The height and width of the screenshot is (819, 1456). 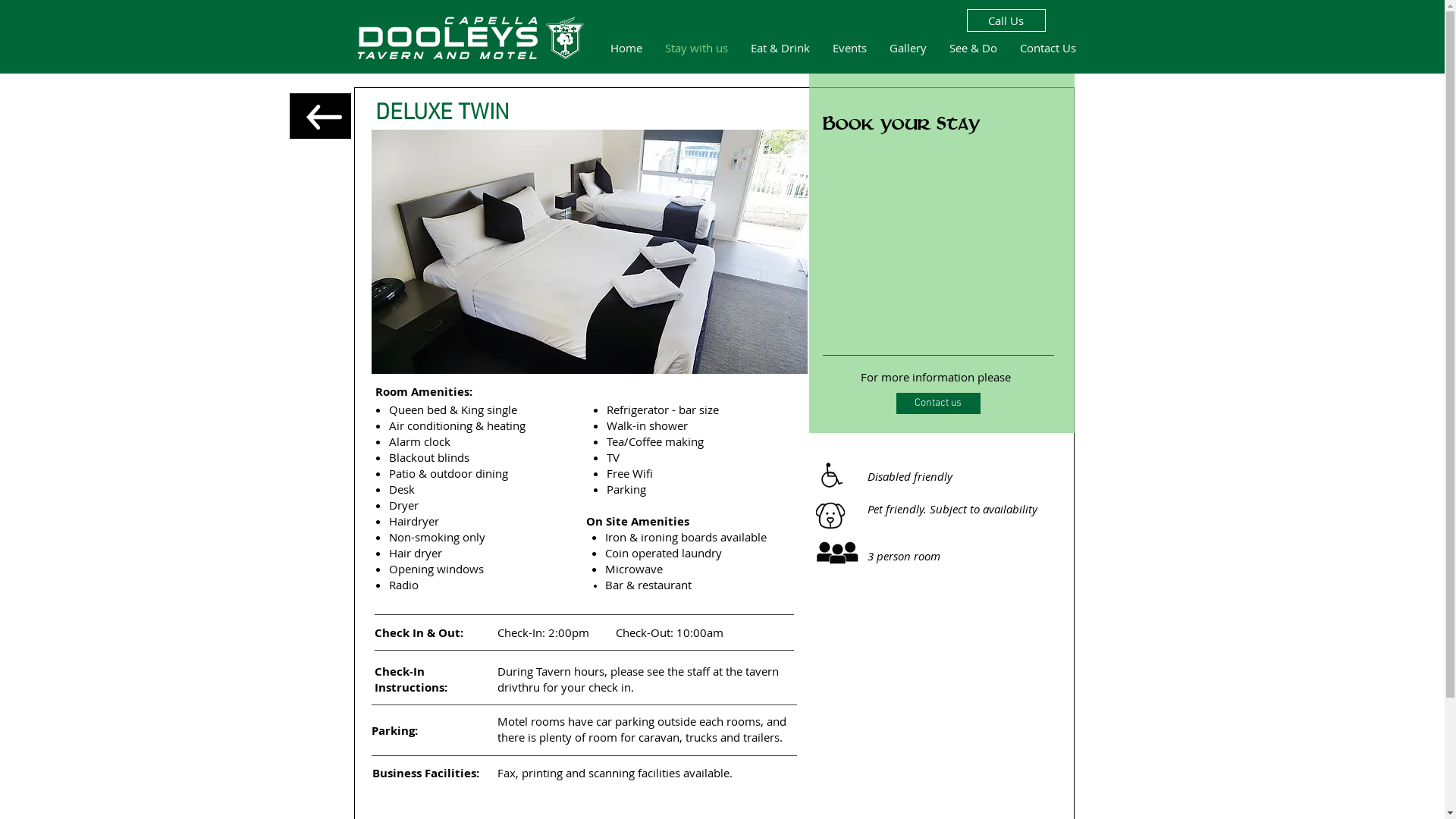 I want to click on 'Call Us', so click(x=1005, y=20).